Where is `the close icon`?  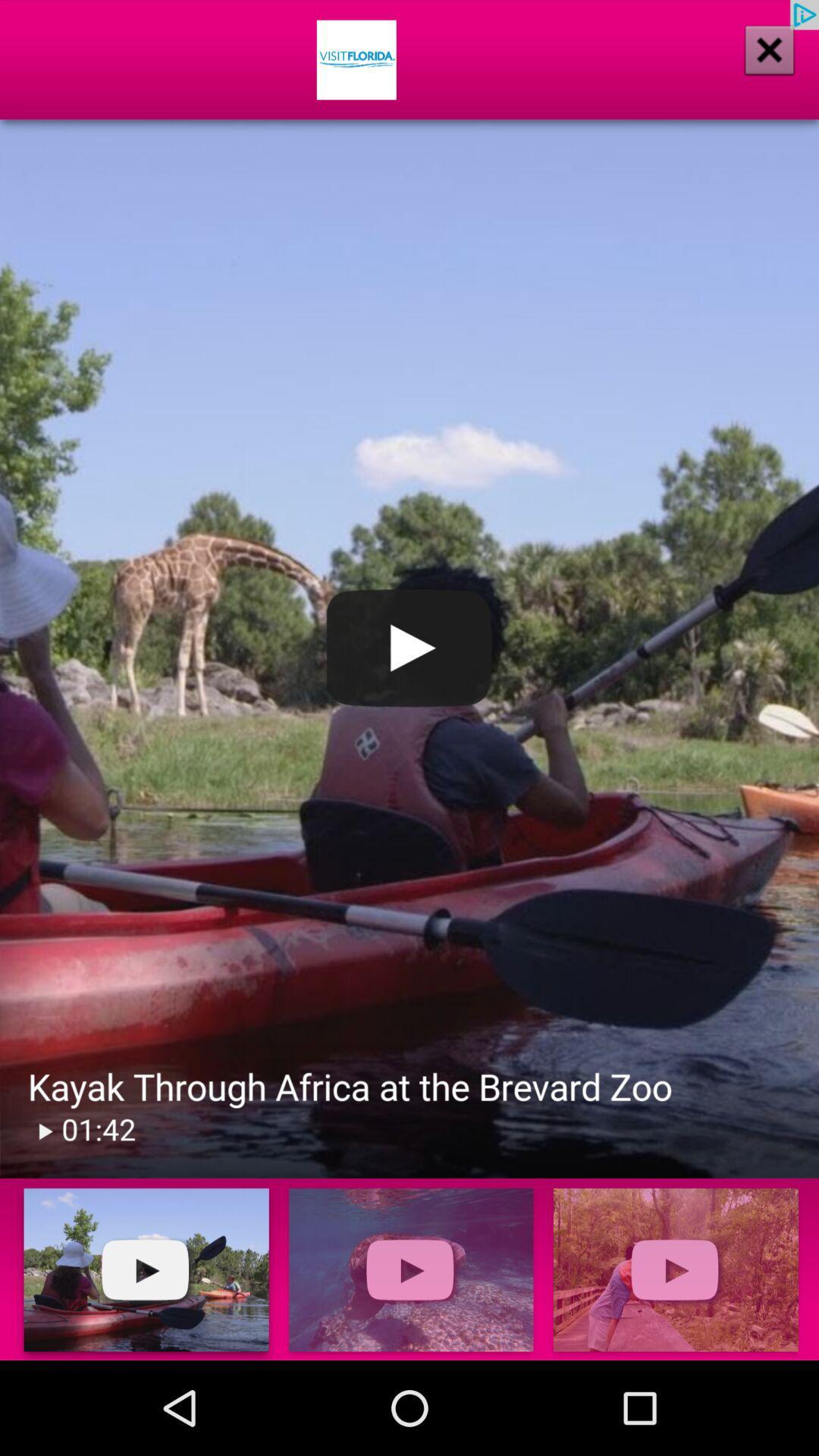 the close icon is located at coordinates (769, 53).